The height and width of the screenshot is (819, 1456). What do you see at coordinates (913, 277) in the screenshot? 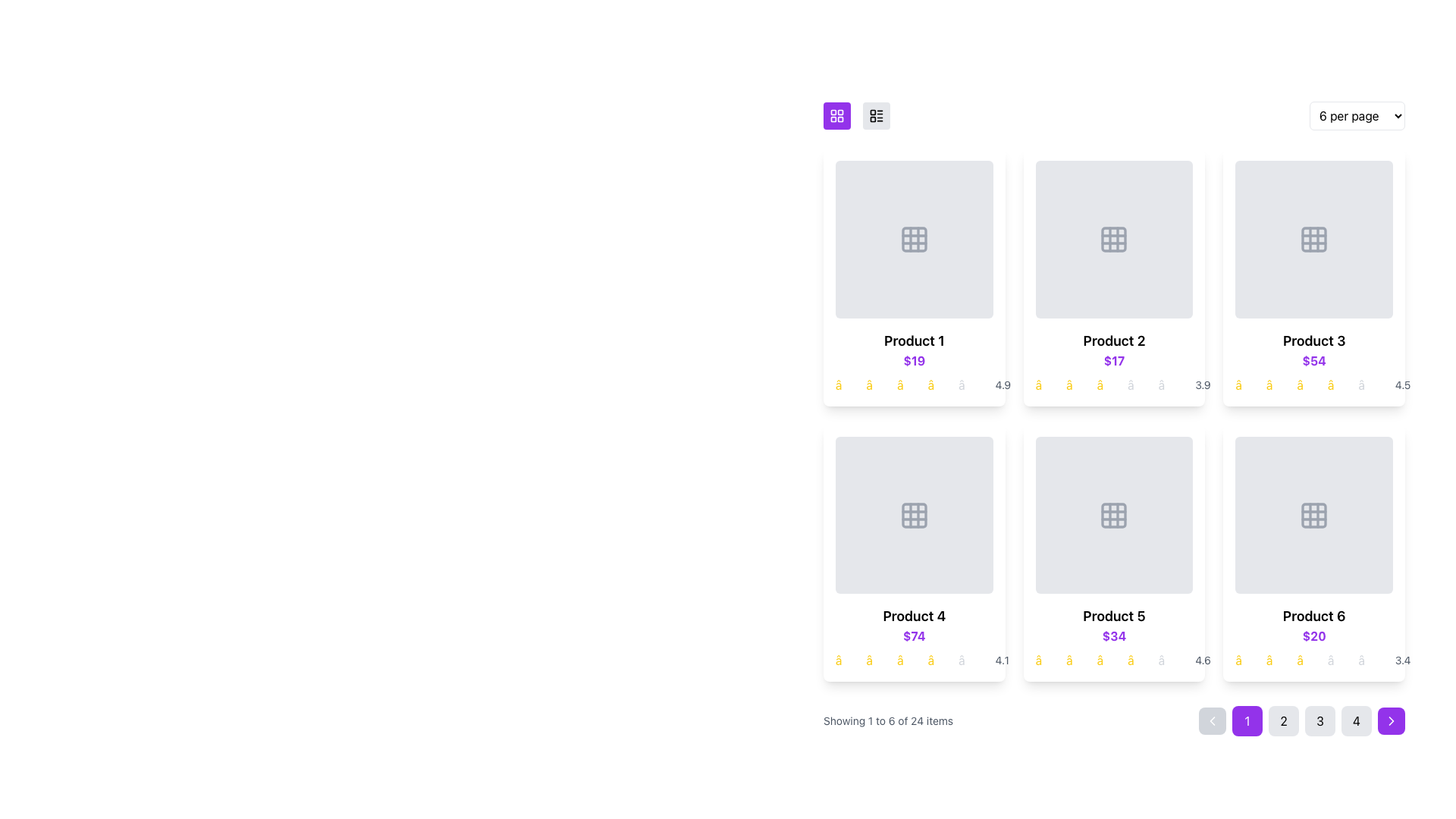
I see `the first Product Card in the grid layout` at bounding box center [913, 277].